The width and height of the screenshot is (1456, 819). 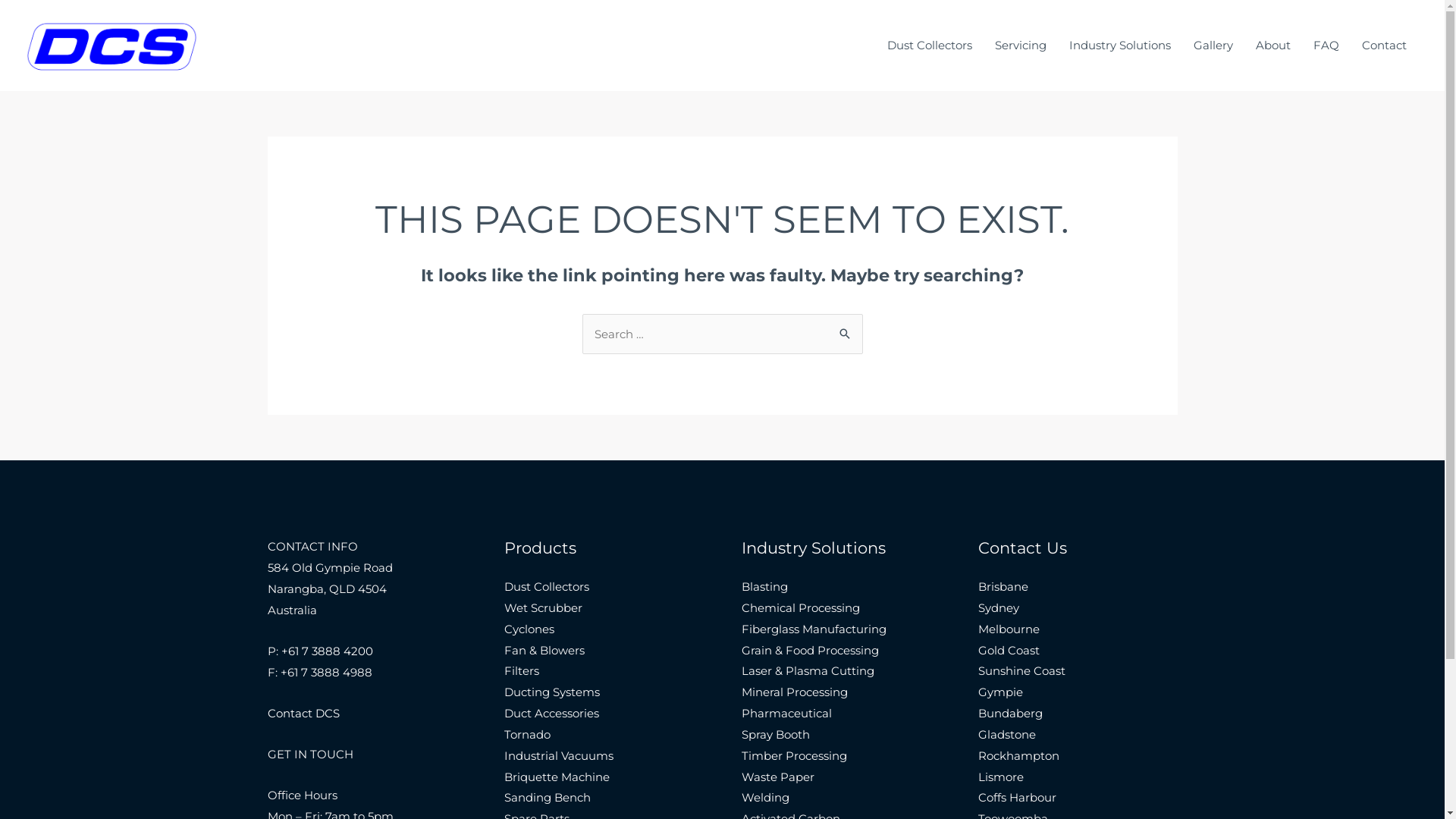 I want to click on 'Sunshine Coast', so click(x=1021, y=670).